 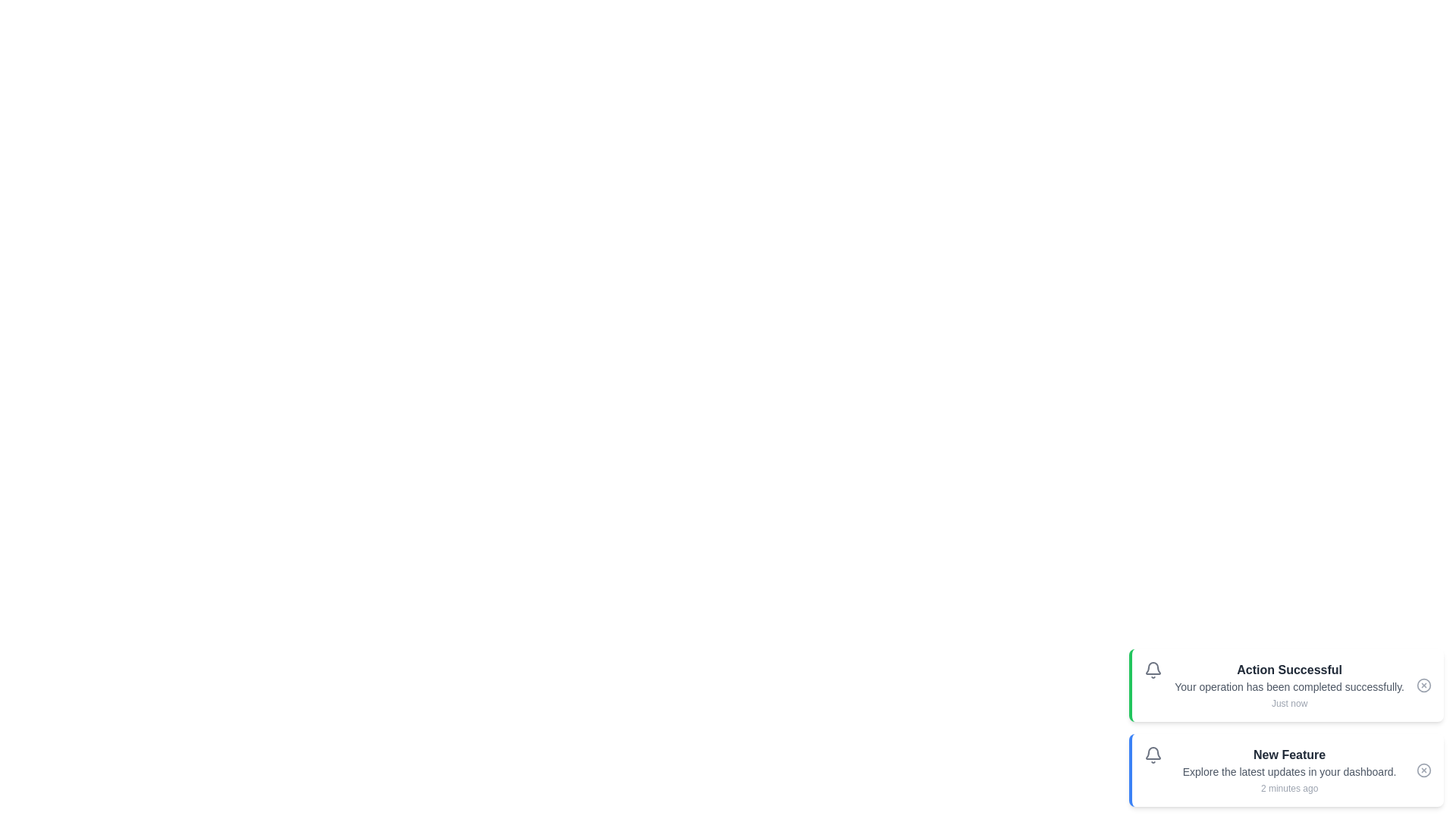 I want to click on the descriptive message about the 'New Feature' notification, located below the 'New Feature' heading and above the '2 minutes ago' timestamp in the notification list, so click(x=1288, y=772).